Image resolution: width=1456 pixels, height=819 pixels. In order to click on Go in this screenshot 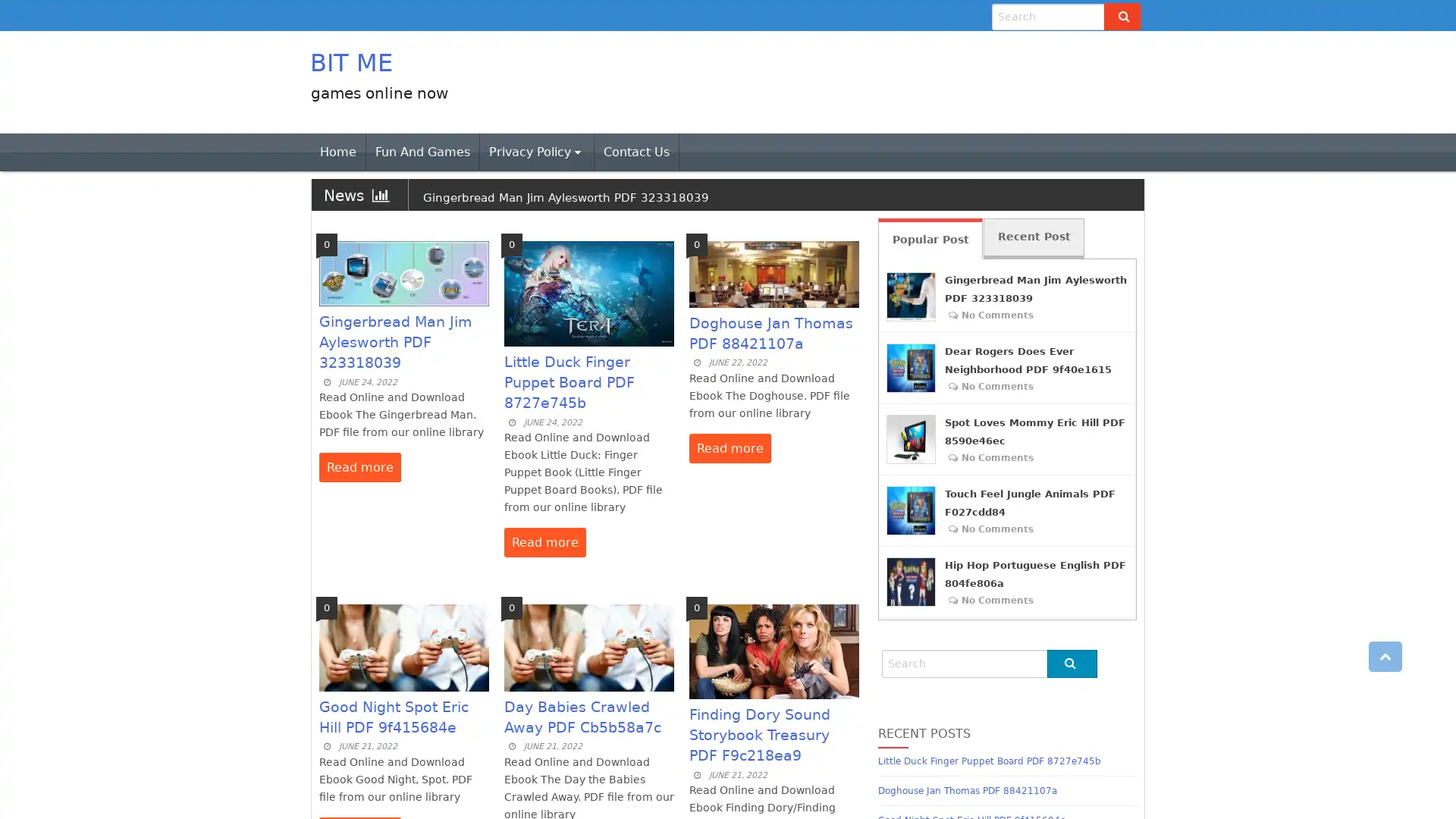, I will do `click(1072, 662)`.